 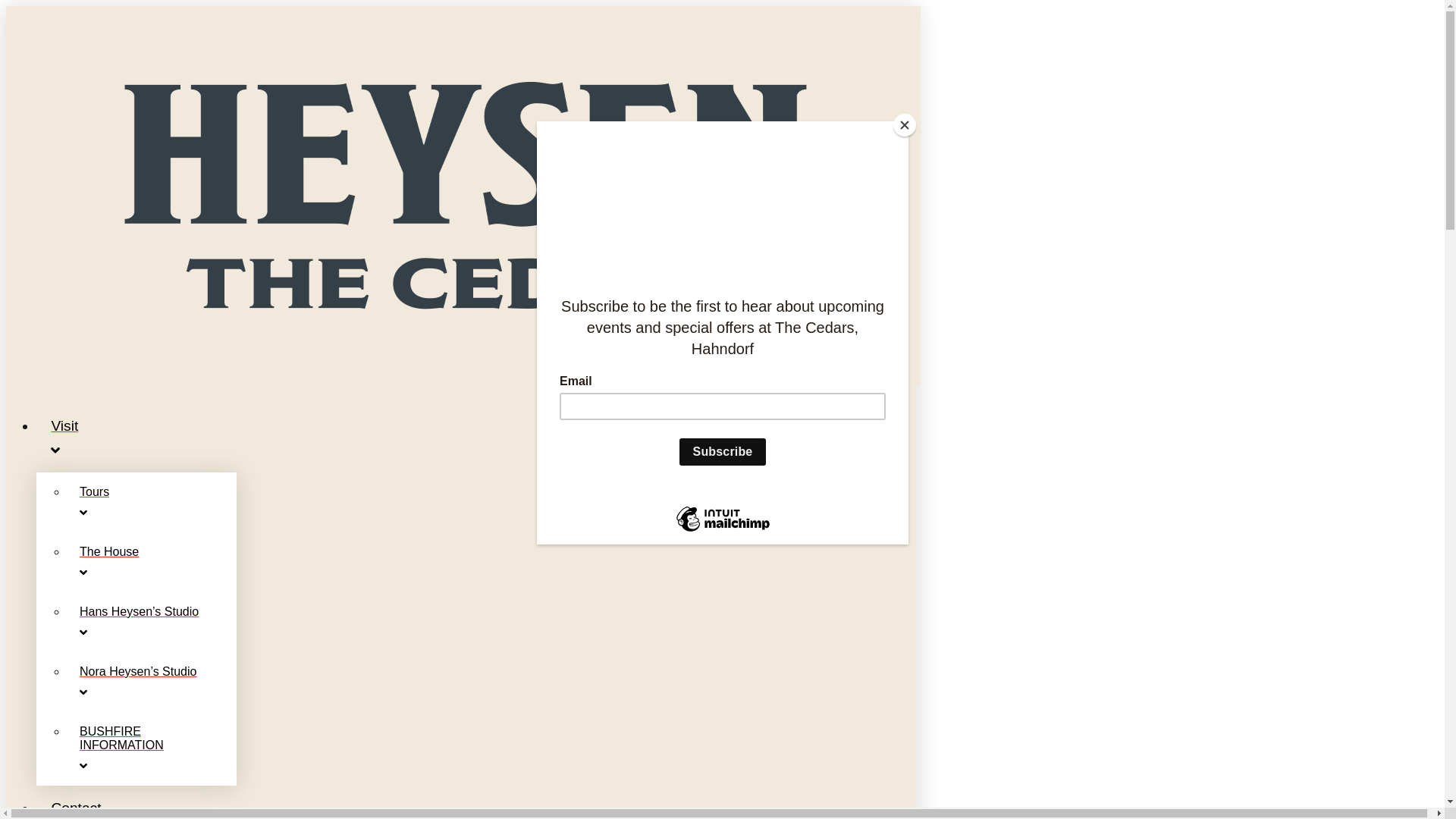 I want to click on 'BUSHFIRE INFORMATION', so click(x=152, y=748).